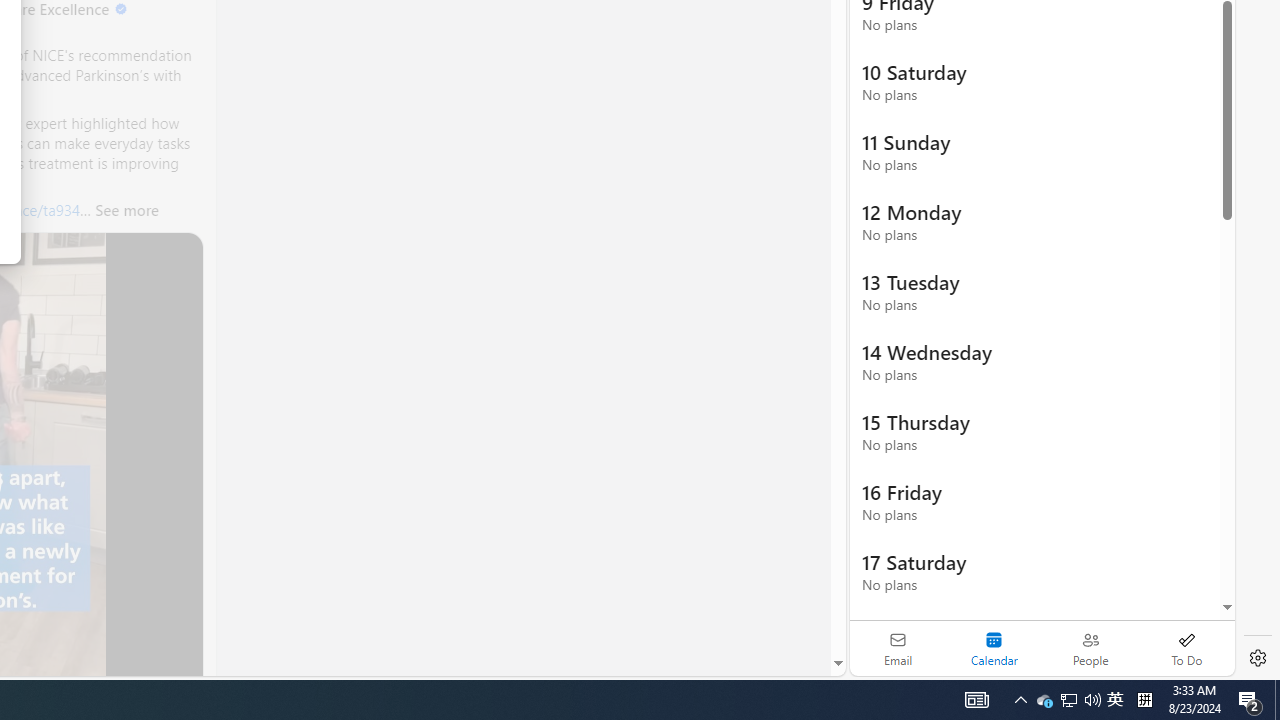  I want to click on 'Selected calendar module. Date today is 22', so click(994, 648).